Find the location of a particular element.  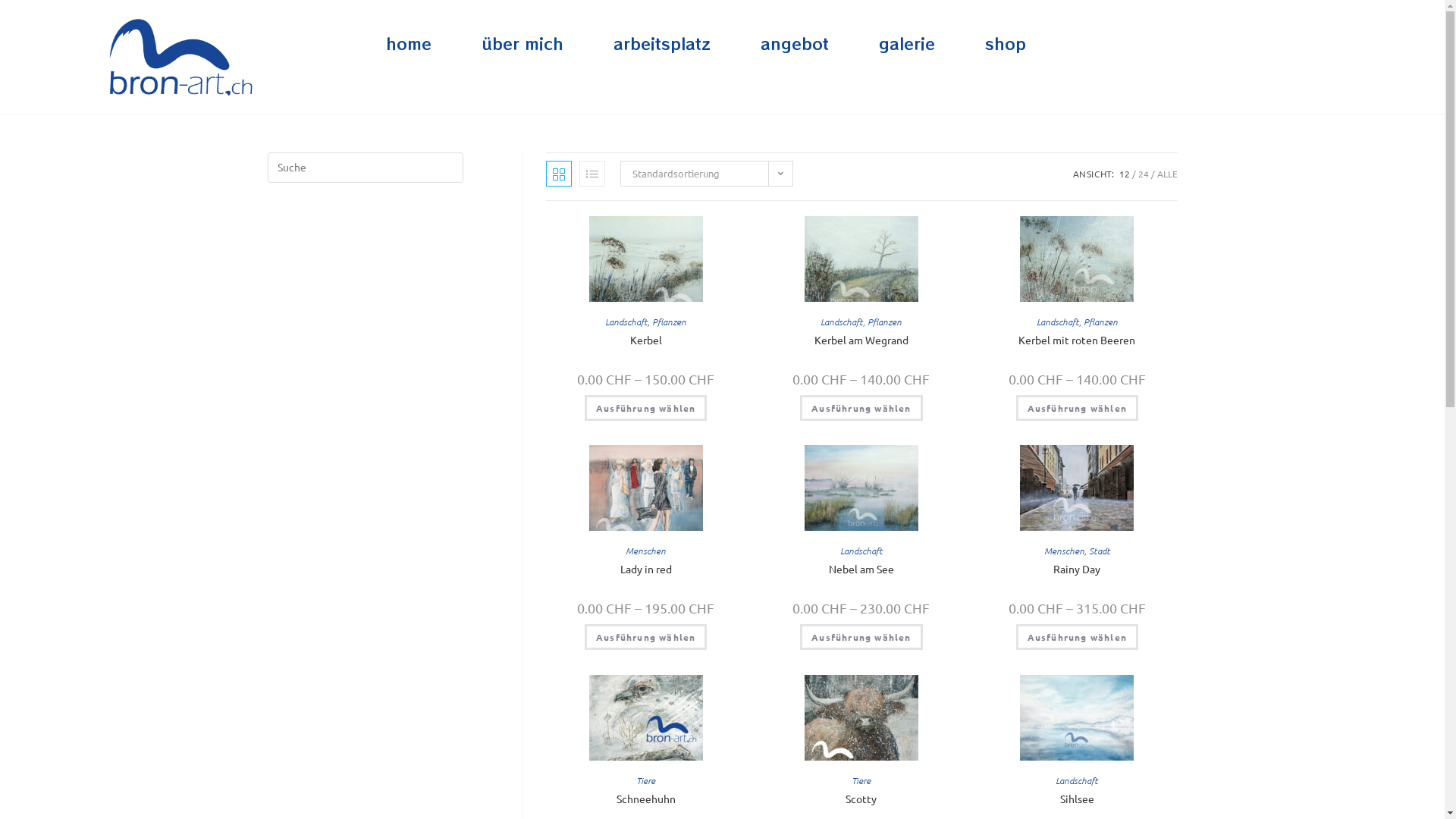

'Pflanzen' is located at coordinates (867, 321).